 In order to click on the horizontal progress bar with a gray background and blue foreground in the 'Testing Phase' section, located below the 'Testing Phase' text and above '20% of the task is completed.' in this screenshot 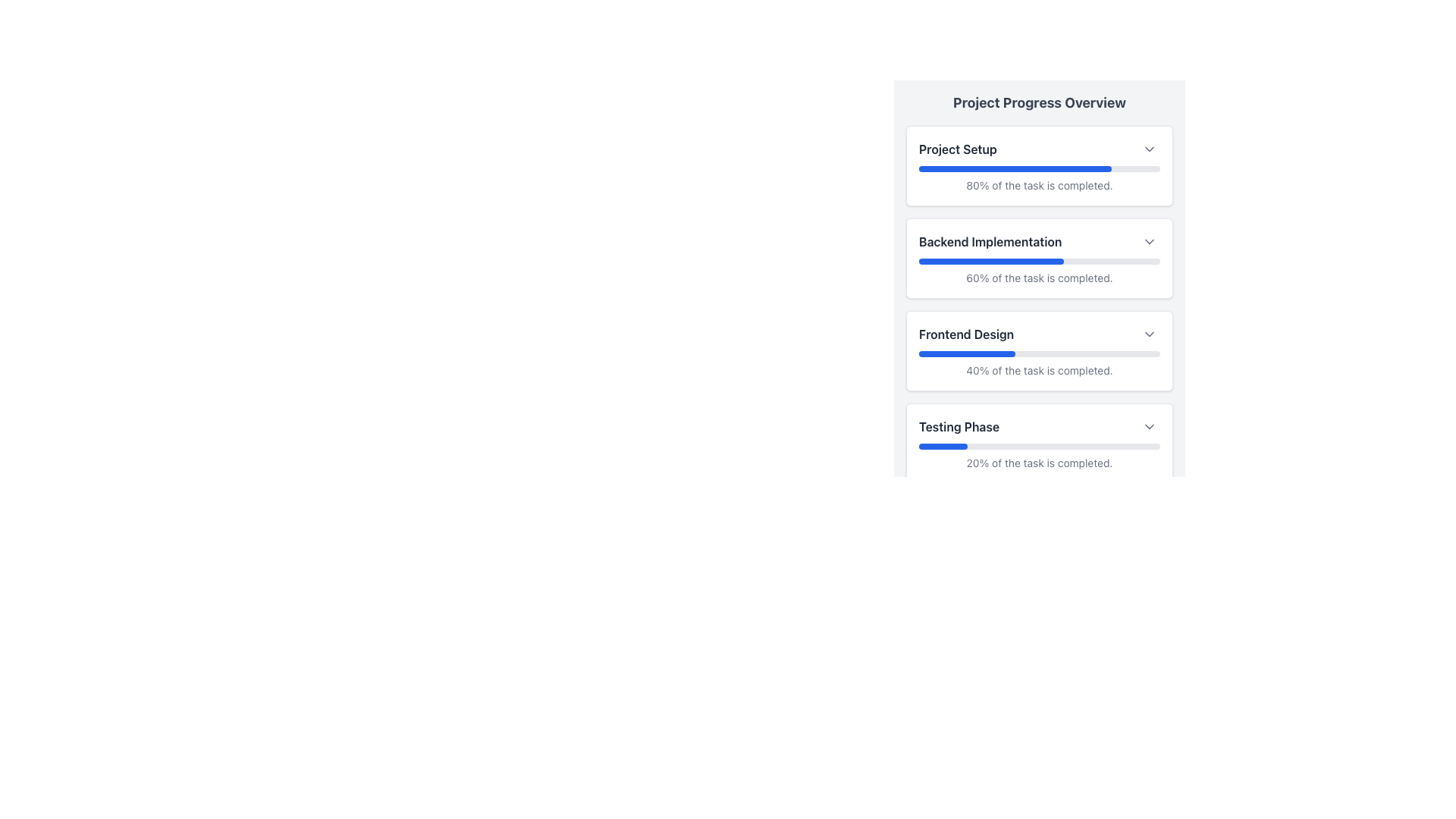, I will do `click(1039, 446)`.